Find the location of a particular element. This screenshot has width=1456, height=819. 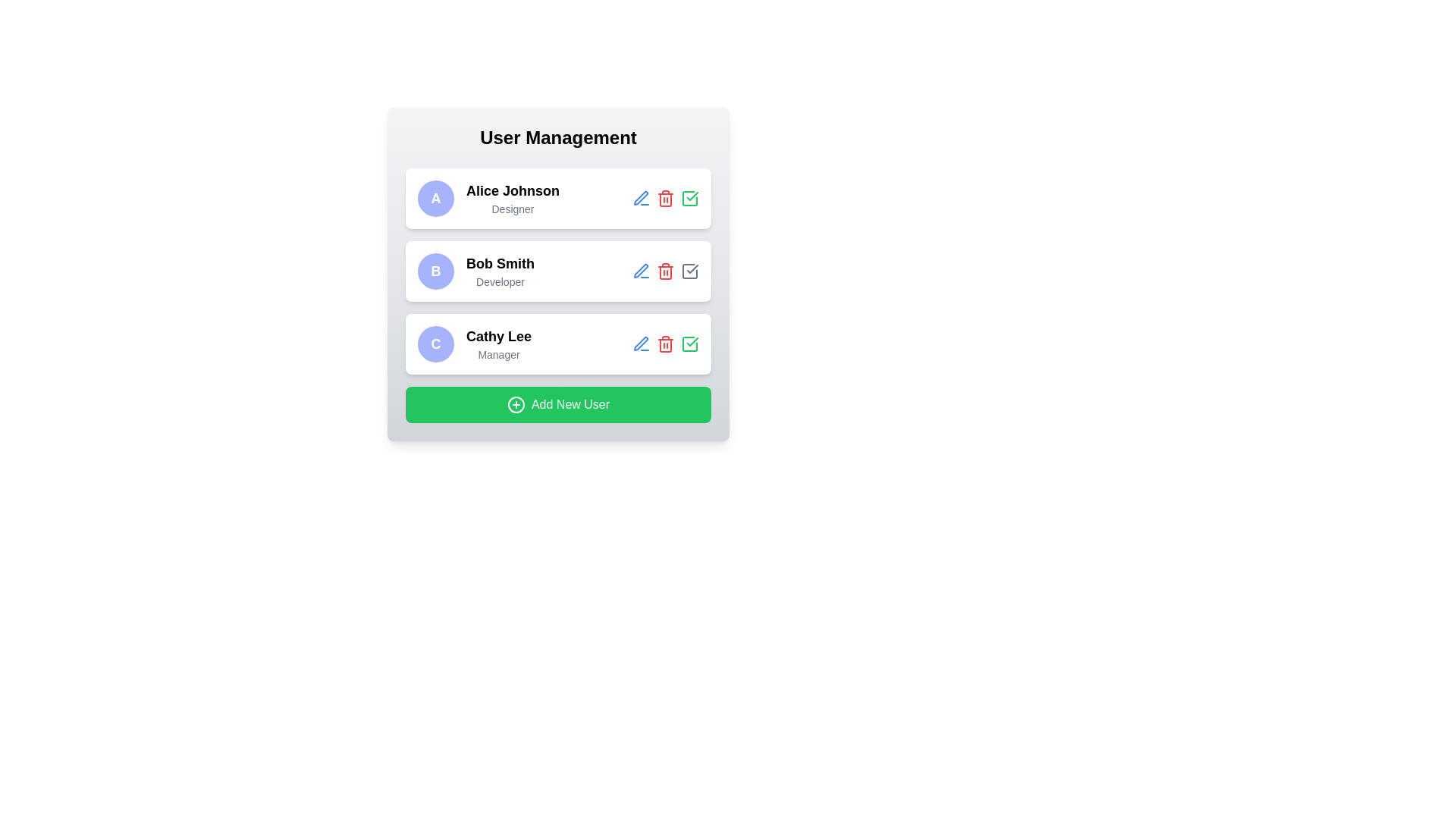

the edit action icon resembling a pen or pencil, located to the right of the 'Bob Smith - Developer' entry, to initiate the edit process is located at coordinates (641, 197).